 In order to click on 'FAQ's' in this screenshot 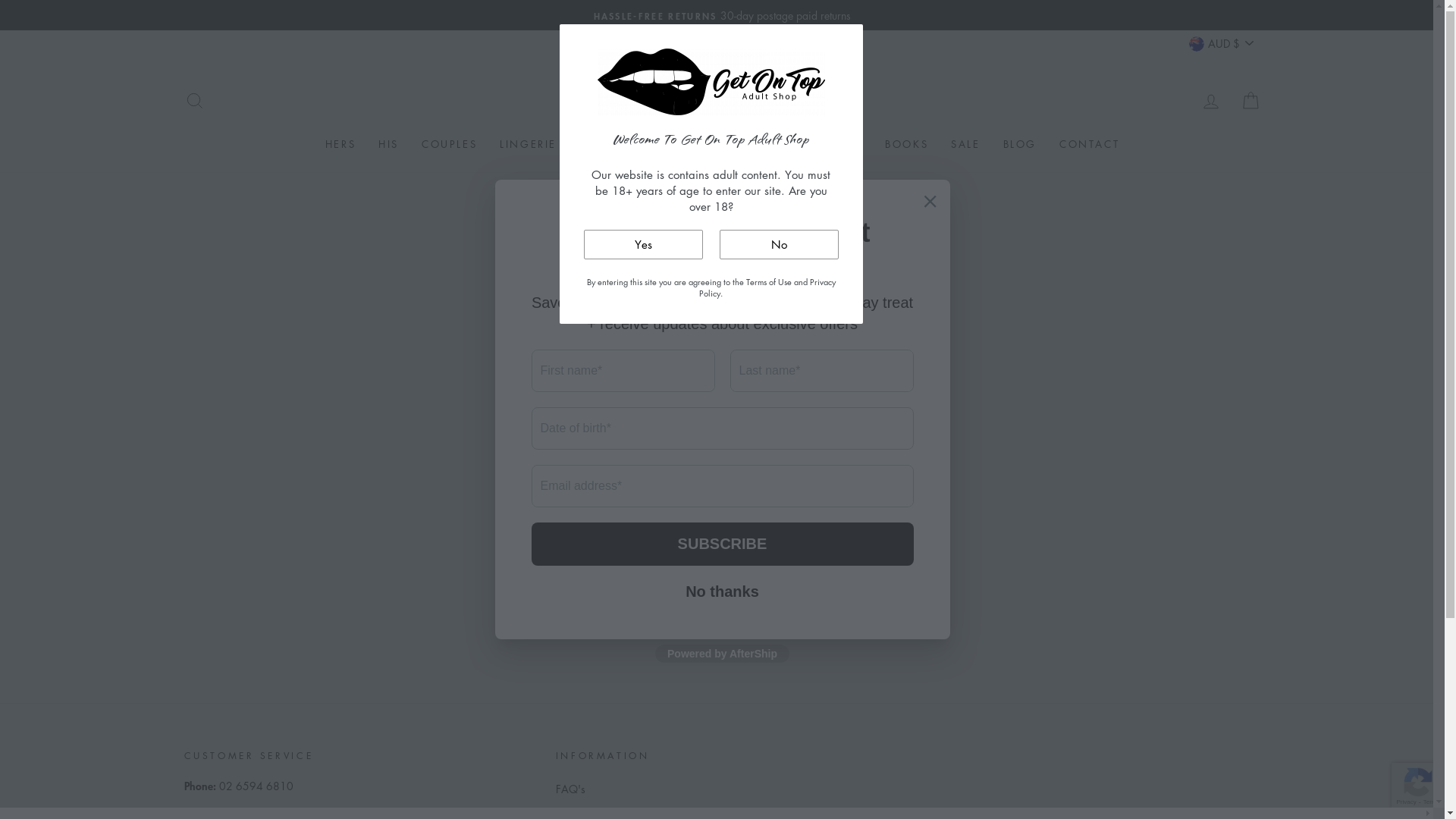, I will do `click(570, 788)`.